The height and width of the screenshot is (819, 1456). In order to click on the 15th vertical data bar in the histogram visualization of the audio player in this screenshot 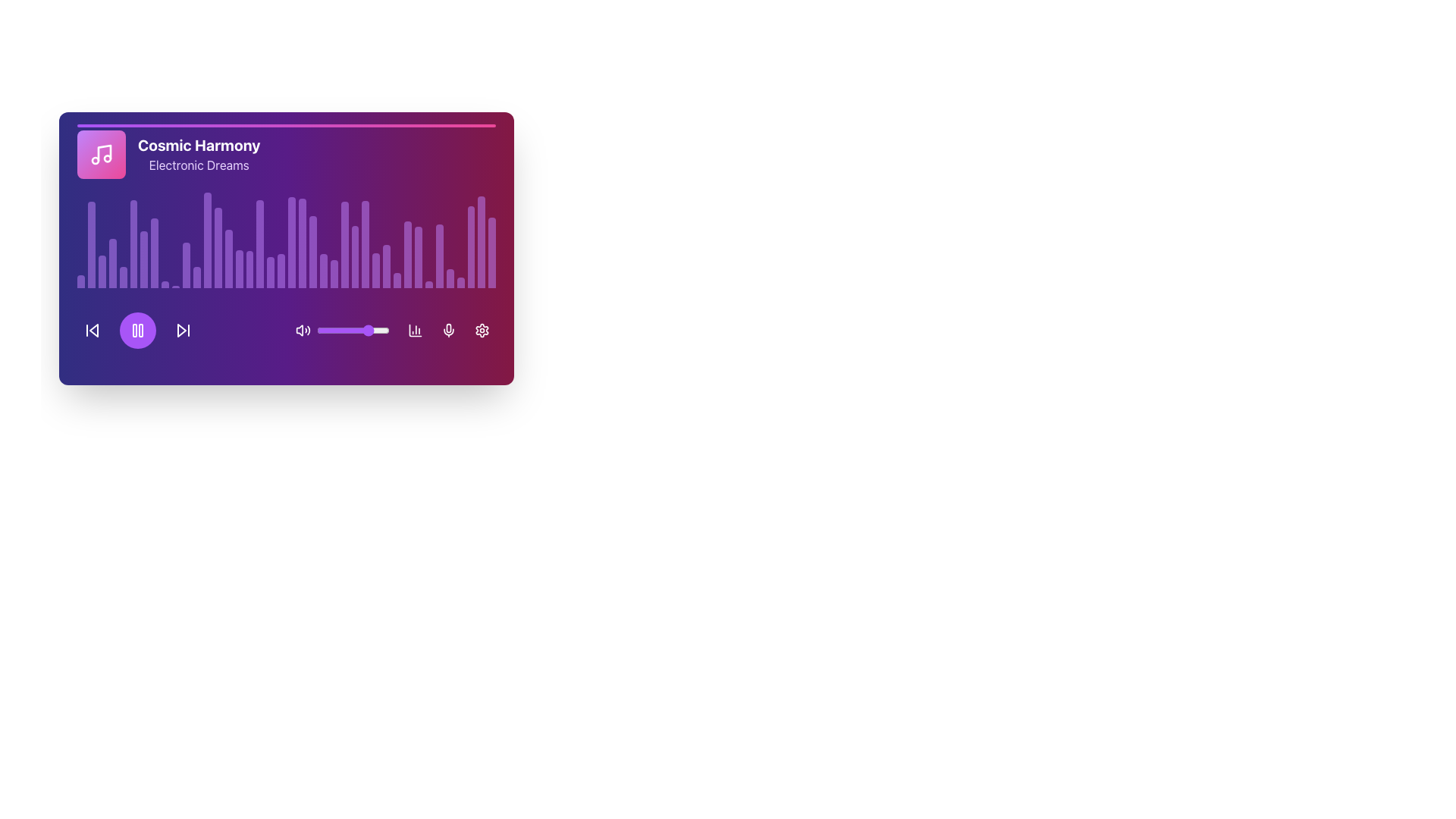, I will do `click(227, 258)`.